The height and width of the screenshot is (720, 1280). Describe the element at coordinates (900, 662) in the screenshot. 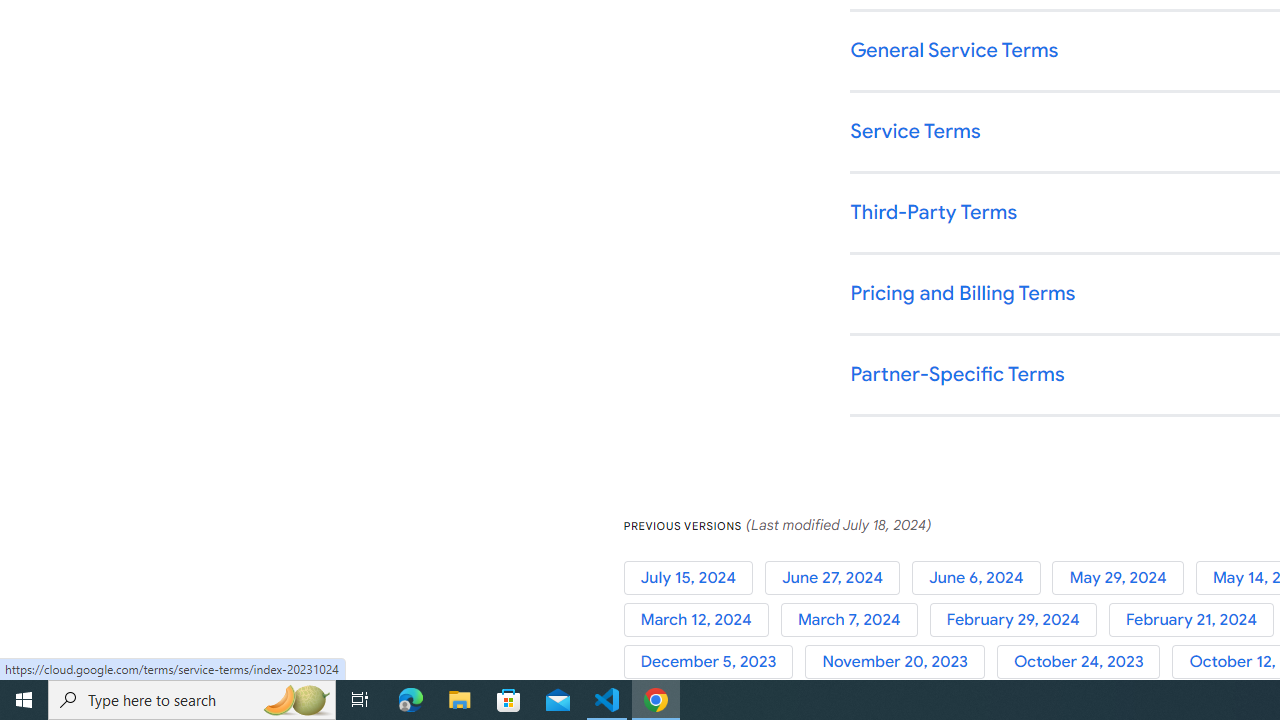

I see `'November 20, 2023'` at that location.